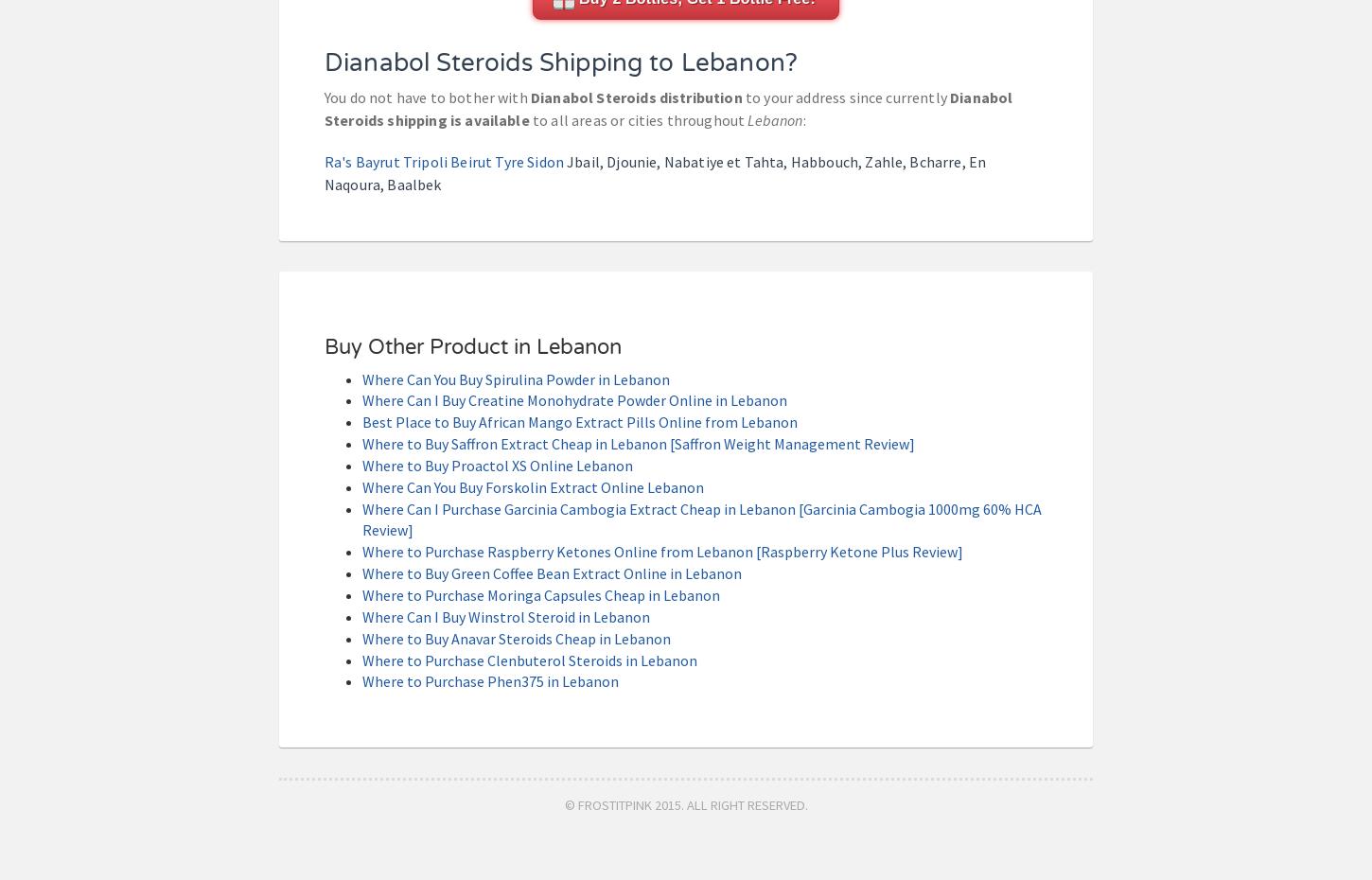 This screenshot has width=1372, height=880. Describe the element at coordinates (561, 61) in the screenshot. I see `'Dianabol Steroids Shipping to Lebanon?'` at that location.